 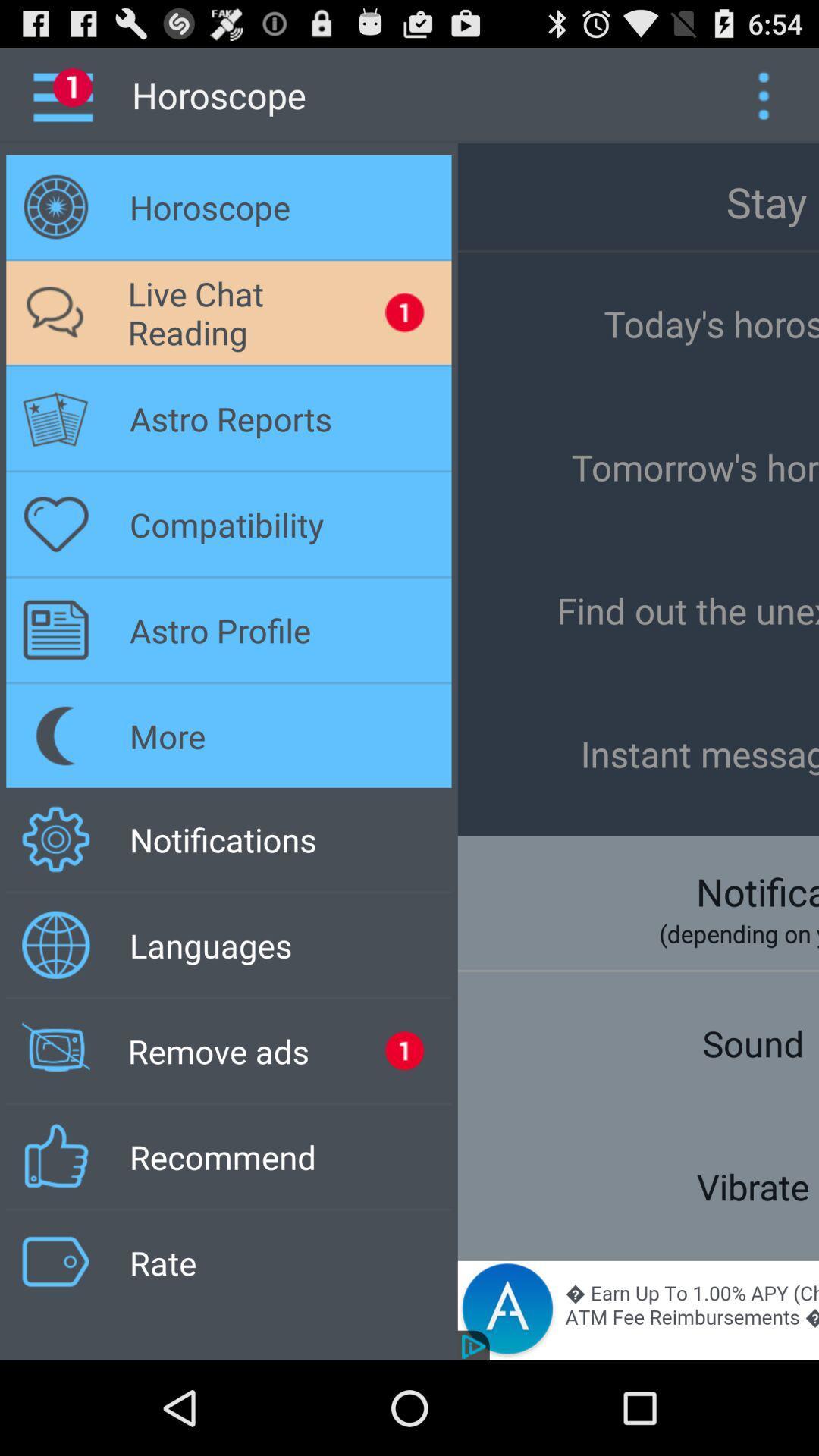 What do you see at coordinates (763, 94) in the screenshot?
I see `option` at bounding box center [763, 94].